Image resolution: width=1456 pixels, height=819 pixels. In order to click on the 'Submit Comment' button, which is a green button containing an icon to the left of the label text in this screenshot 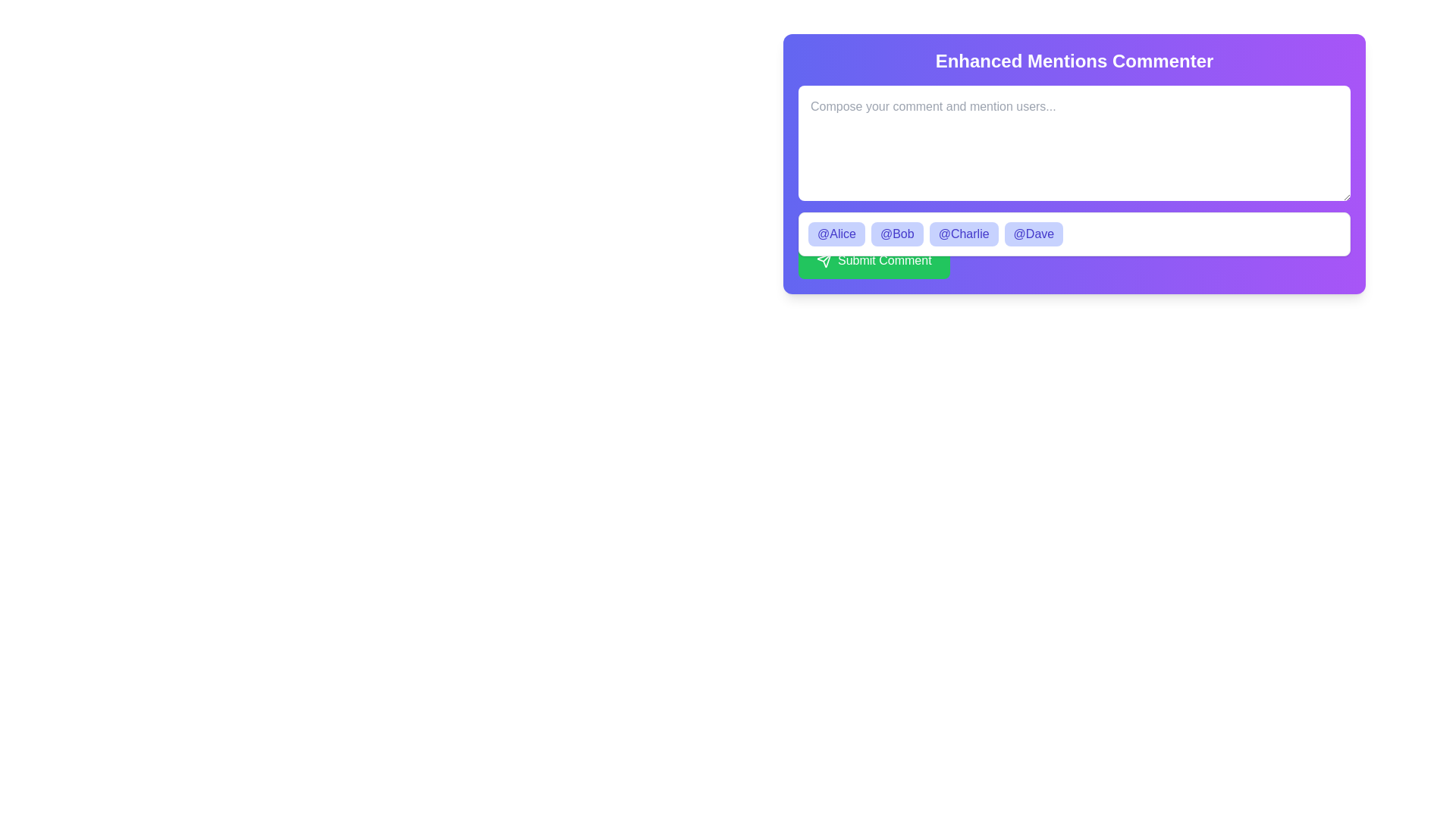, I will do `click(823, 259)`.